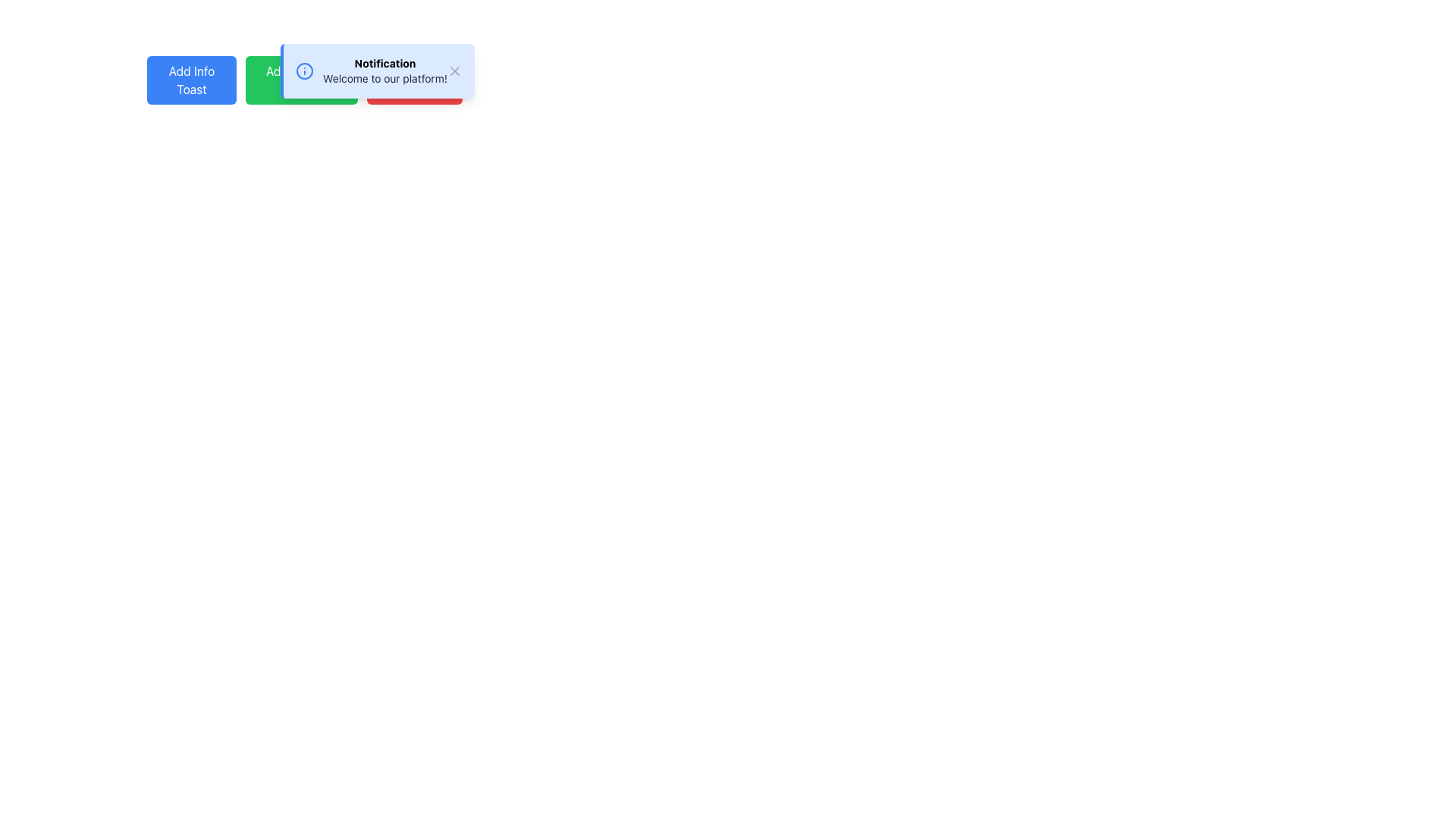 Image resolution: width=1456 pixels, height=819 pixels. What do you see at coordinates (384, 71) in the screenshot?
I see `the Text Block that displays 'Notification' in bold and 'Welcome to our platform!' in gray, which is centered within a light blue background box` at bounding box center [384, 71].